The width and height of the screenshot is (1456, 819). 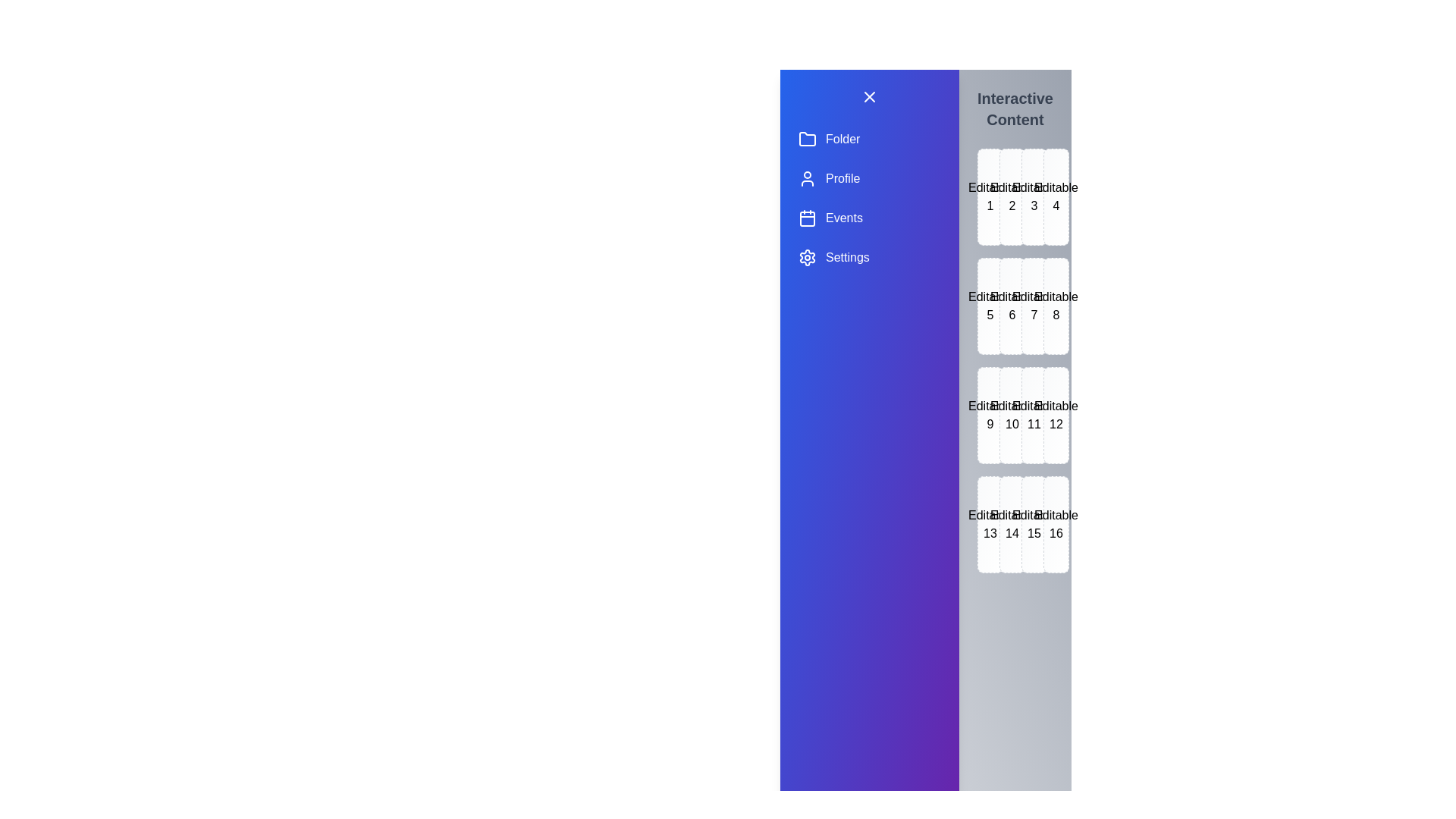 What do you see at coordinates (870, 140) in the screenshot?
I see `the Folder section in the drawer menu` at bounding box center [870, 140].